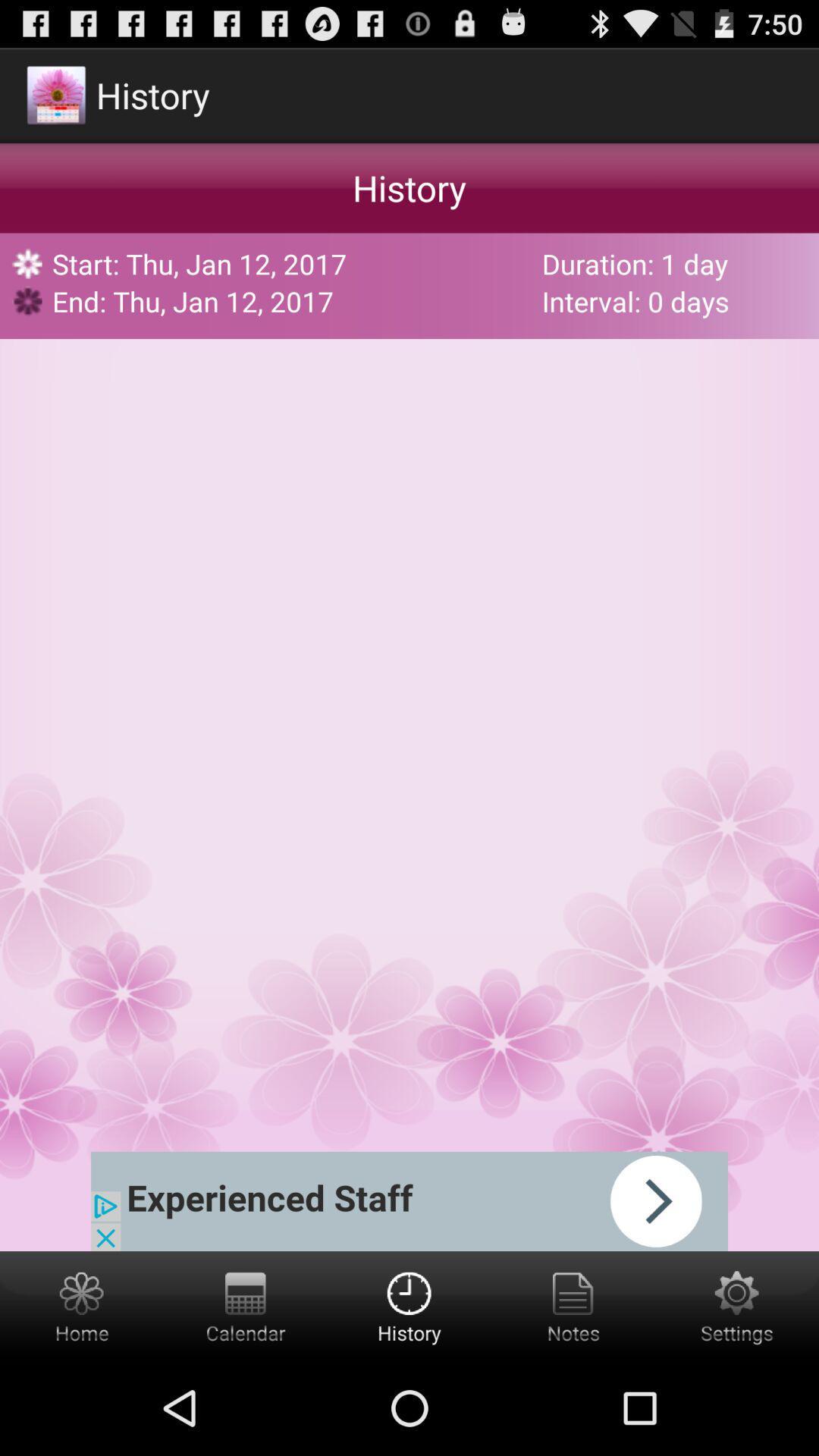 This screenshot has width=819, height=1456. I want to click on advertisement banner, so click(409, 1200).